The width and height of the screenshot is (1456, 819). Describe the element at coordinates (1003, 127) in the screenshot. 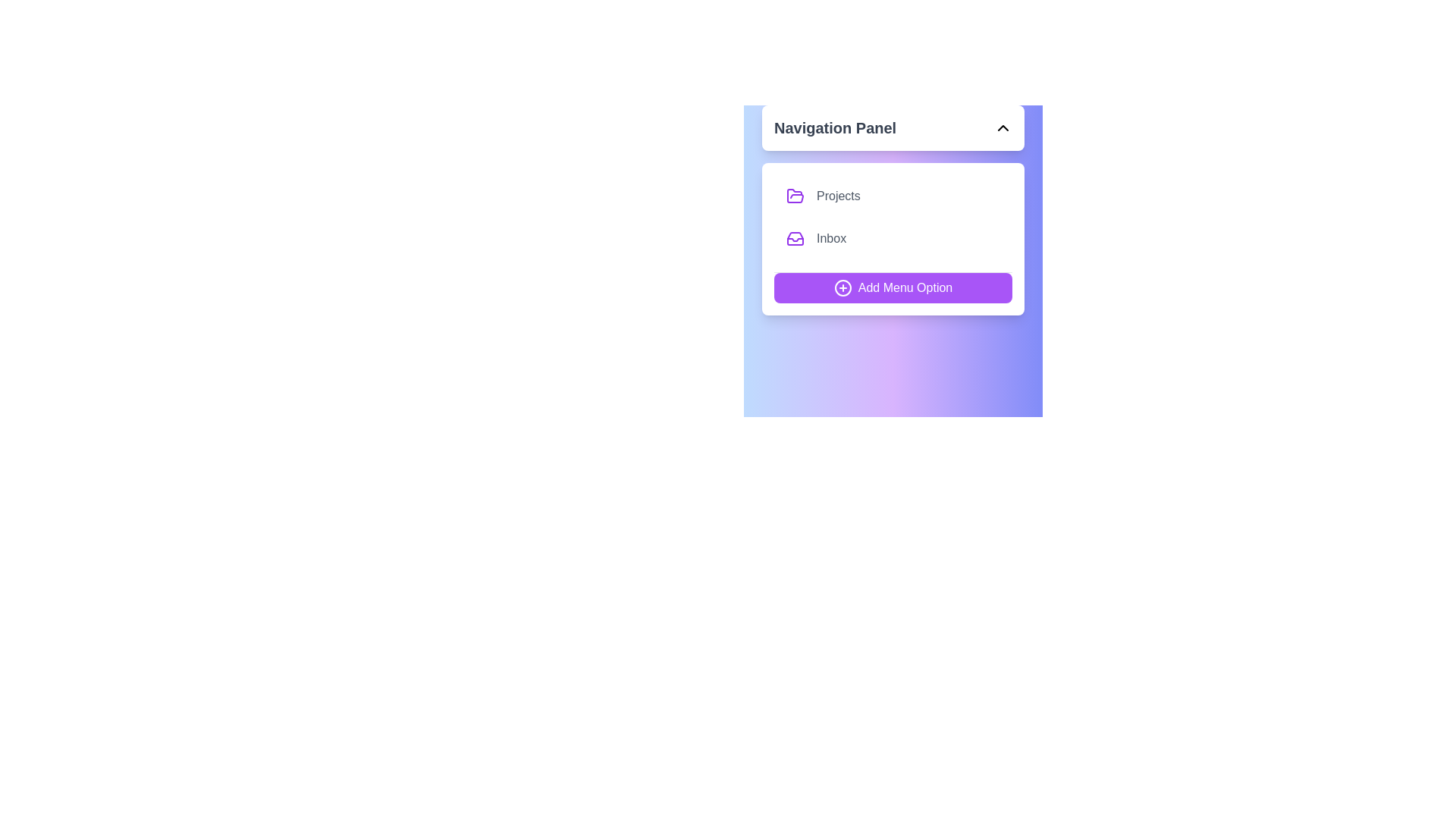

I see `the upward chevron icon to collapse the navigation panel` at that location.